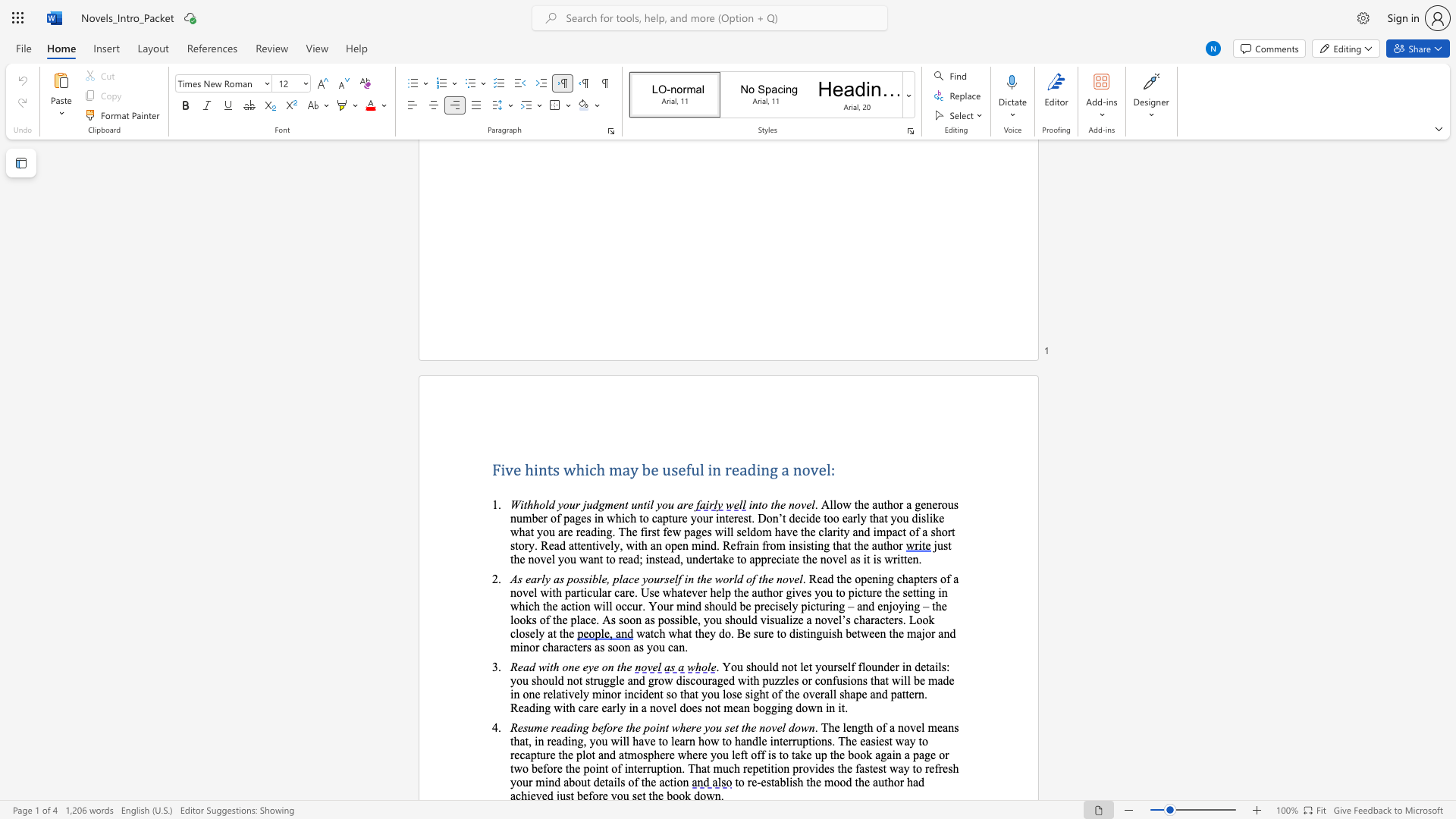 This screenshot has height=819, width=1456. I want to click on the subset text "s. Look close" within the text ". Read the opening chapters of a novel with particular care. Use whatever help the author gives you to picture the setting in which the action will occur. Your mind should be precisely picturing – and enjoying – the looks of the place. As soon as possible, you should visualize a novel’s characters. Look closely at the", so click(898, 620).